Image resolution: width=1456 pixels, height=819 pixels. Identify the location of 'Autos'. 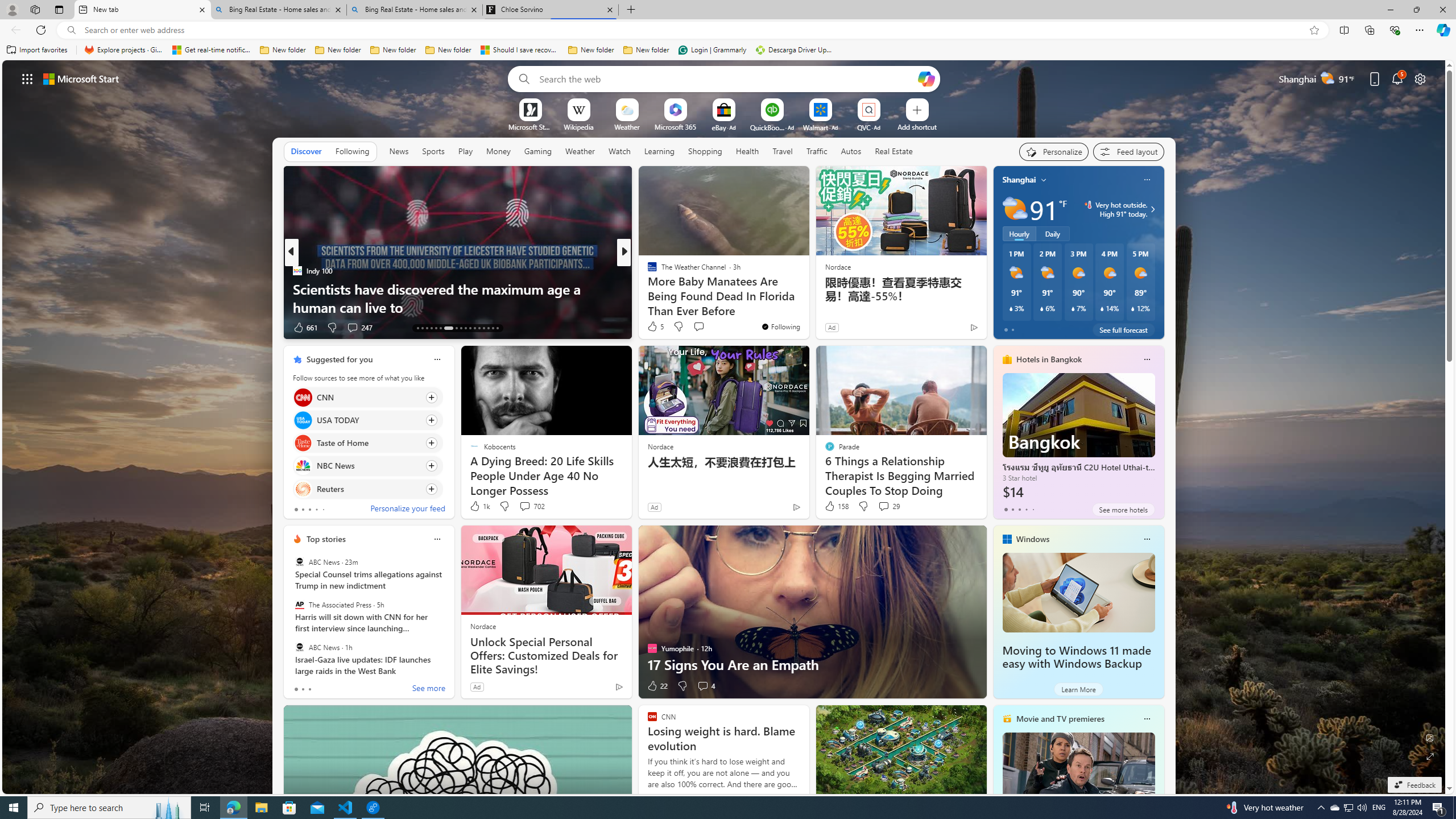
(851, 151).